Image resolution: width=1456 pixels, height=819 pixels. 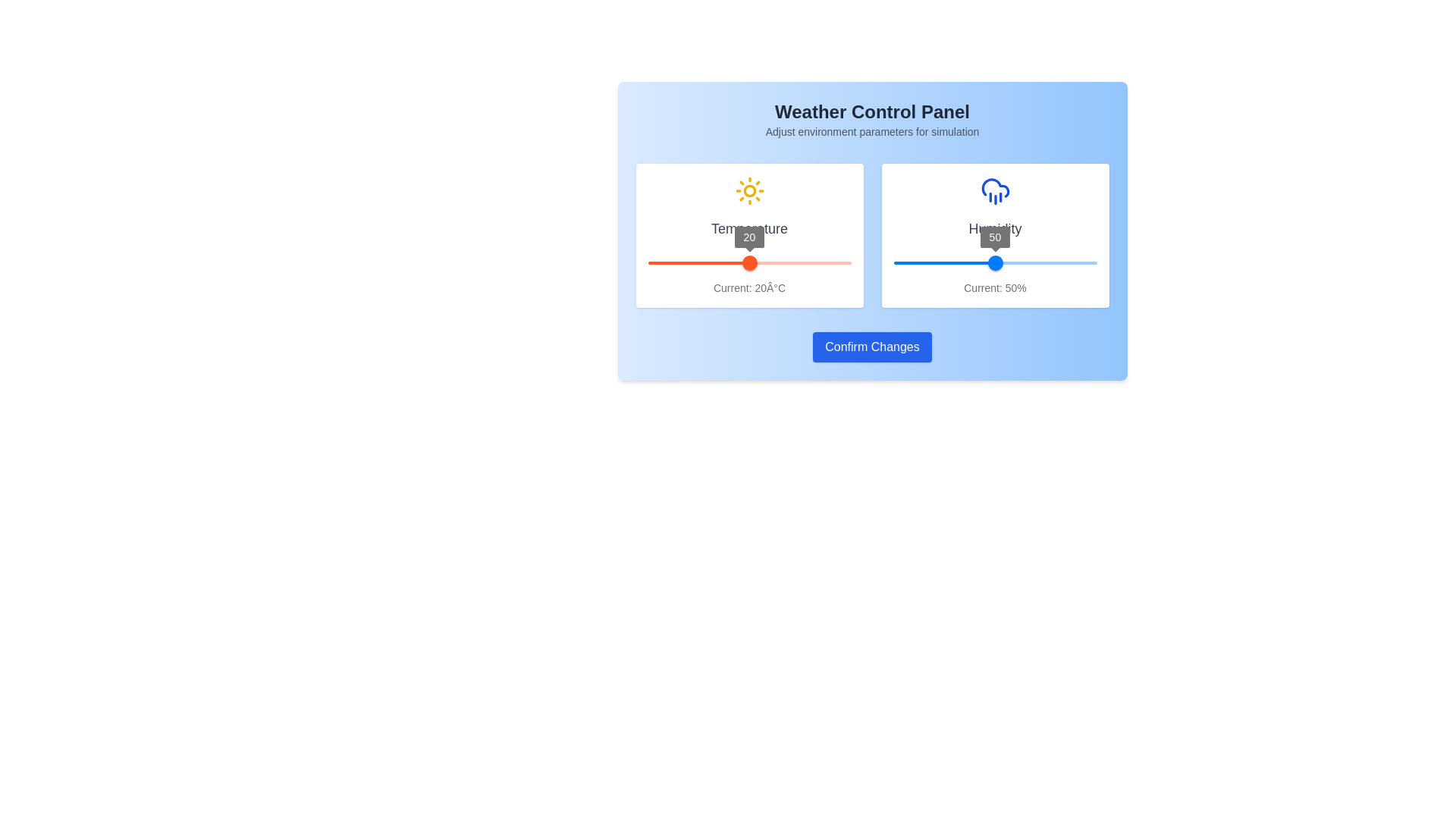 I want to click on the temperature slider, so click(x=648, y=262).